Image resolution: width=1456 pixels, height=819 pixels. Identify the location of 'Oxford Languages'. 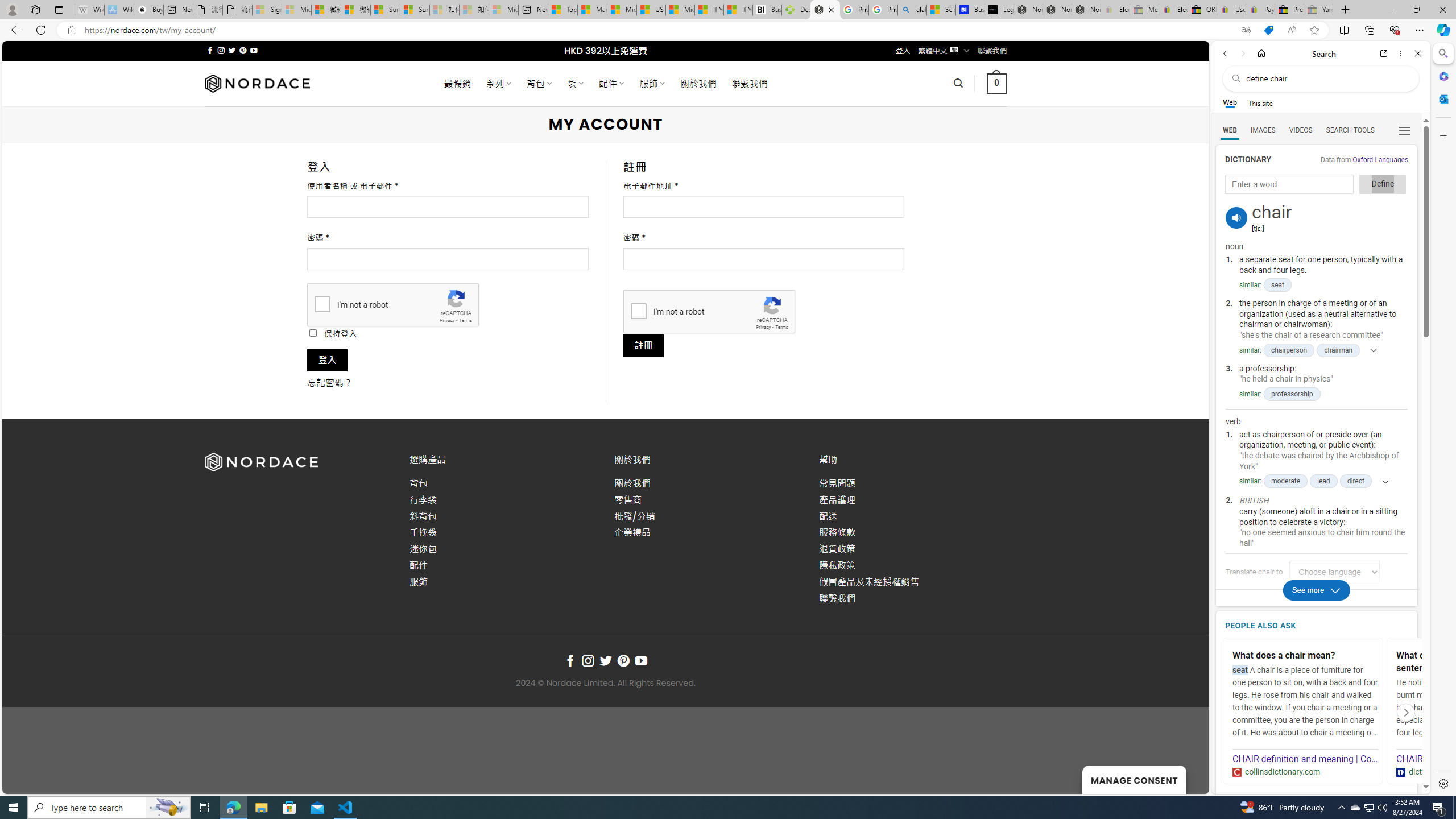
(1379, 159).